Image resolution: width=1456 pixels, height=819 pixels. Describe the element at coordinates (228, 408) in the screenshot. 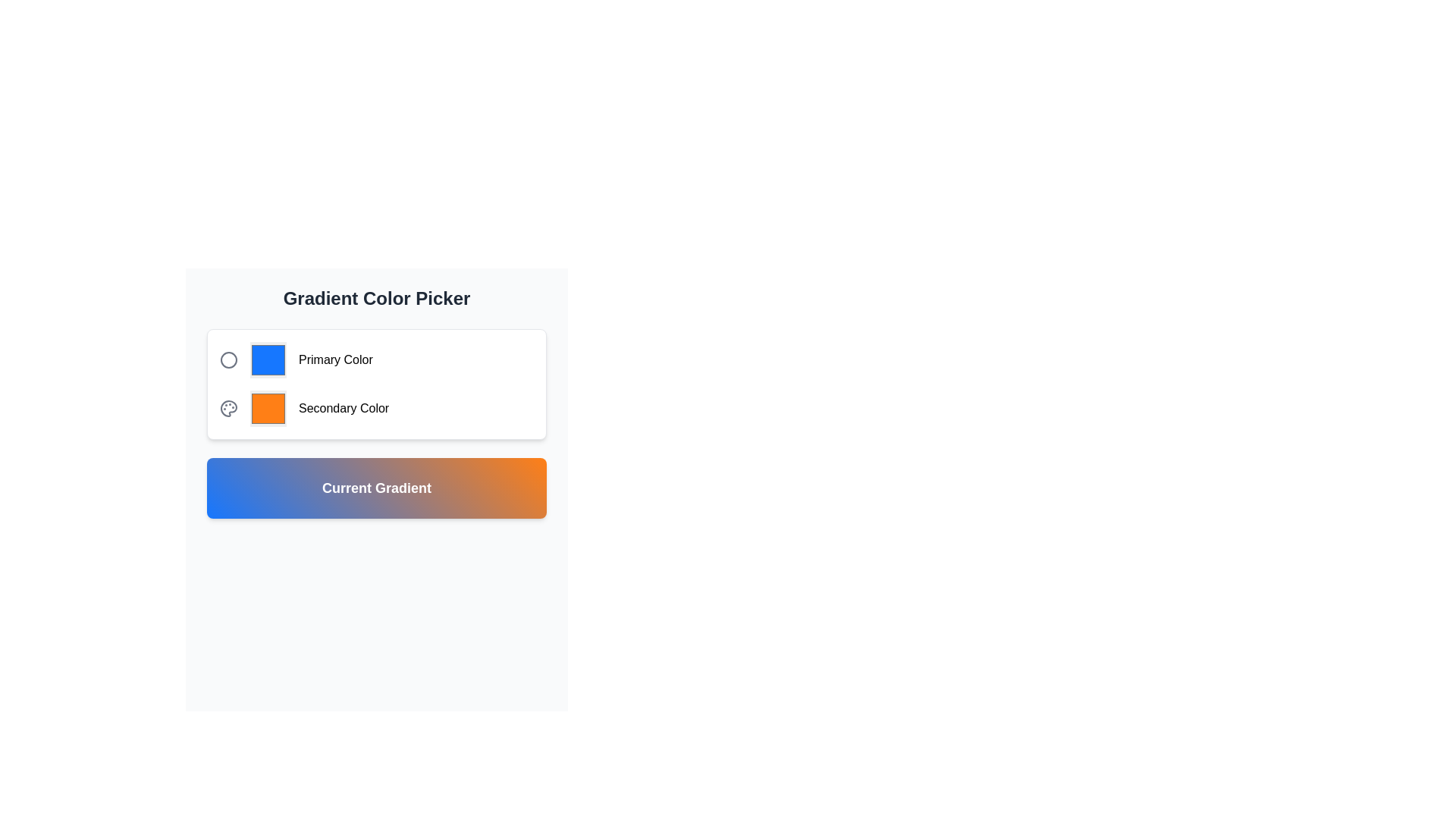

I see `gray circular palette icon with smaller circles representing paint wells, located in the 'Secondary Color' group, by clicking on it` at that location.